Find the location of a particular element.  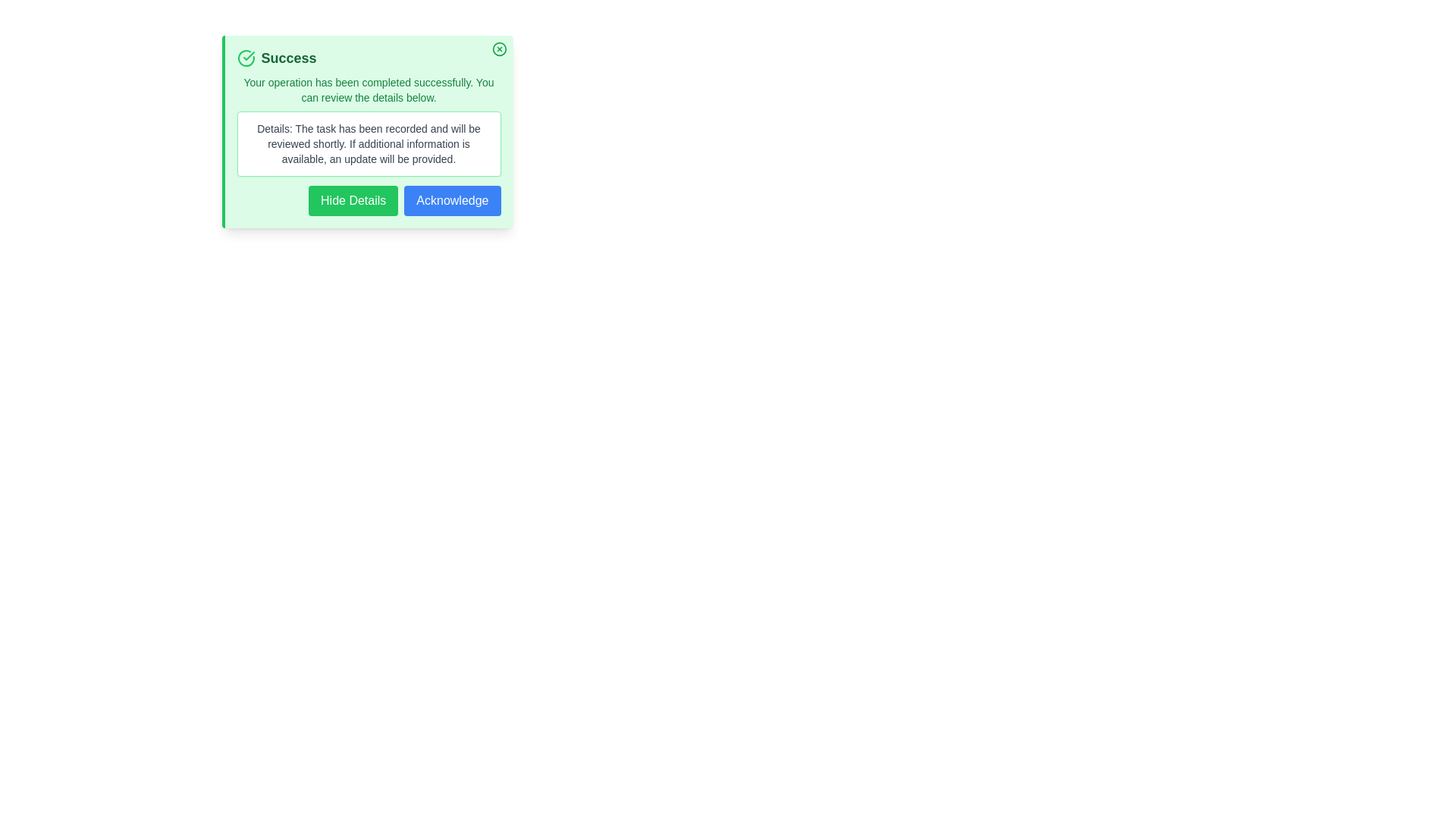

close button to dismiss the alert is located at coordinates (499, 49).